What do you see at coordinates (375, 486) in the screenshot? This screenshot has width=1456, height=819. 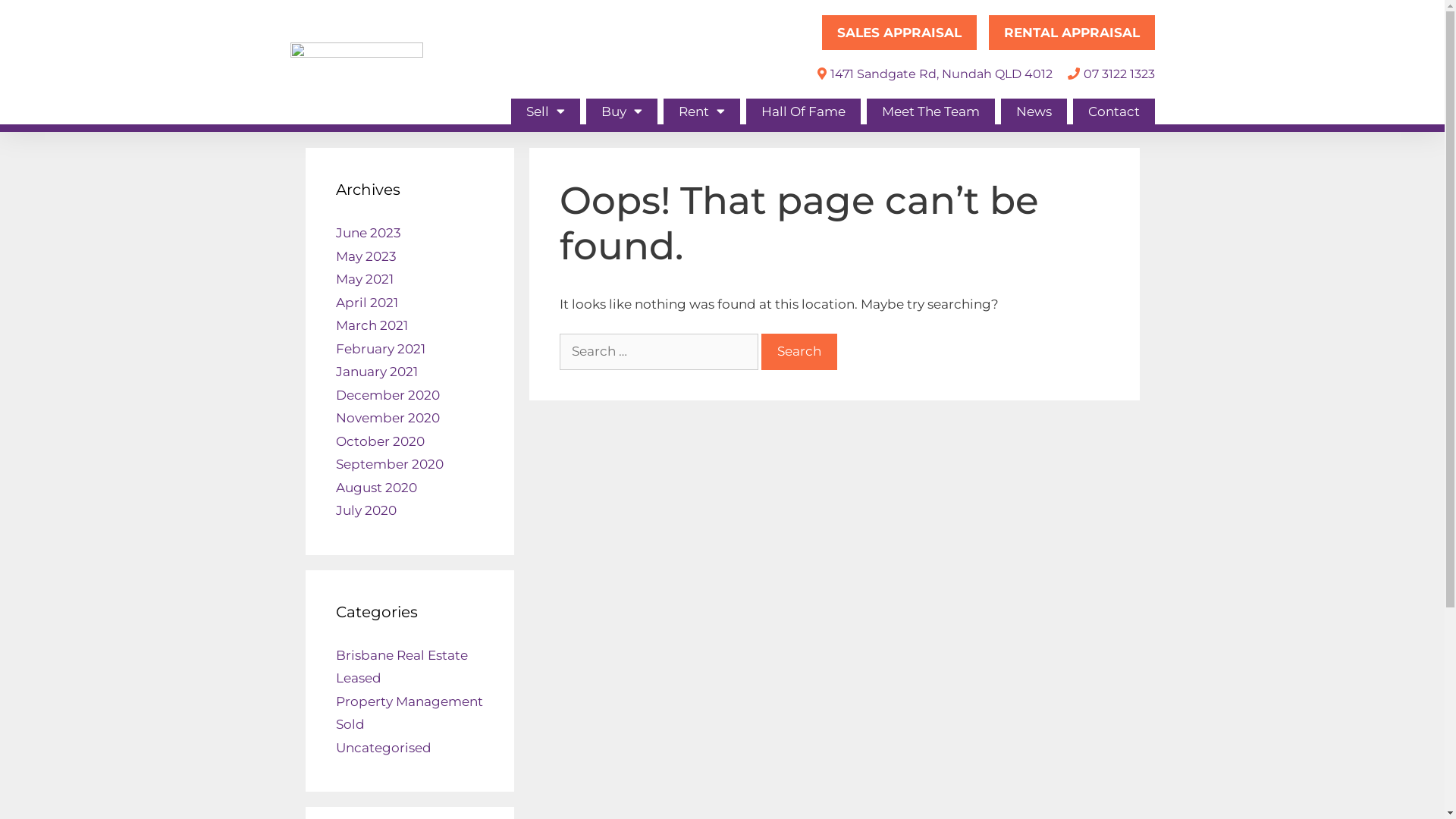 I see `'August 2020'` at bounding box center [375, 486].